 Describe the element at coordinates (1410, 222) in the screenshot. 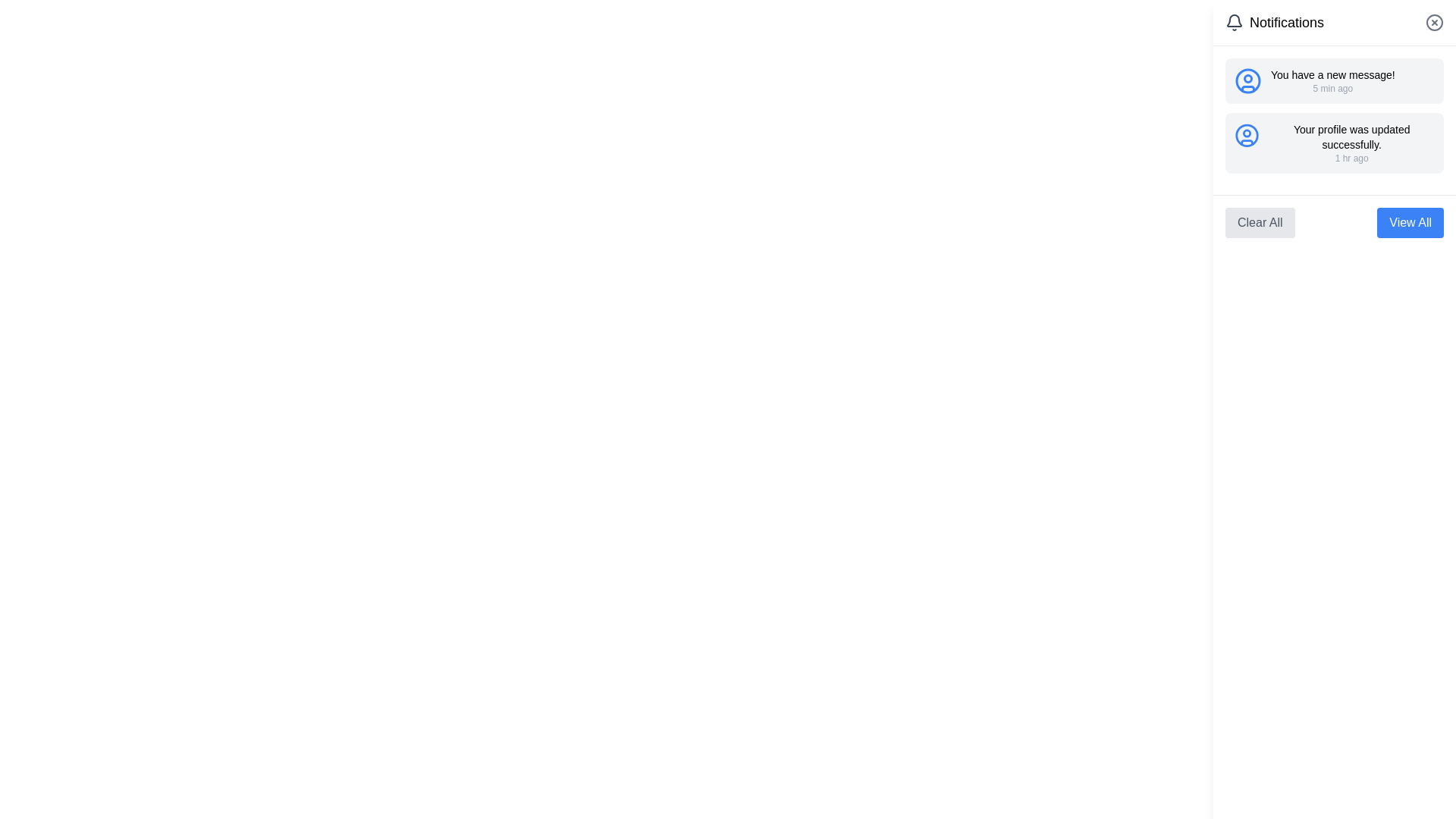

I see `the 'View All' button, which is a rectangular button with a blue background and white rounded corners, located at the bottom right of the panel` at that location.